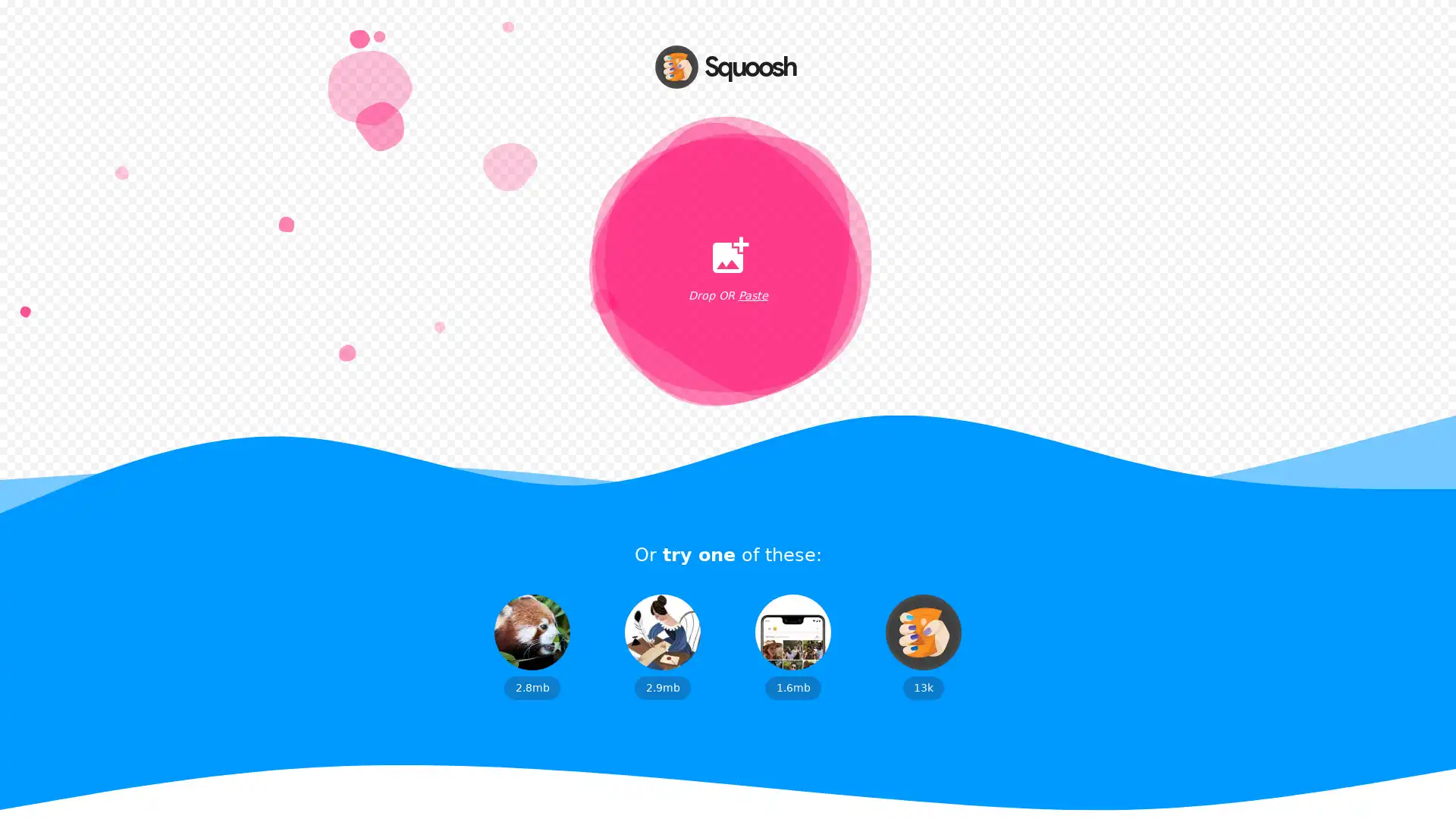  I want to click on Artwork 2.9mb, so click(662, 646).